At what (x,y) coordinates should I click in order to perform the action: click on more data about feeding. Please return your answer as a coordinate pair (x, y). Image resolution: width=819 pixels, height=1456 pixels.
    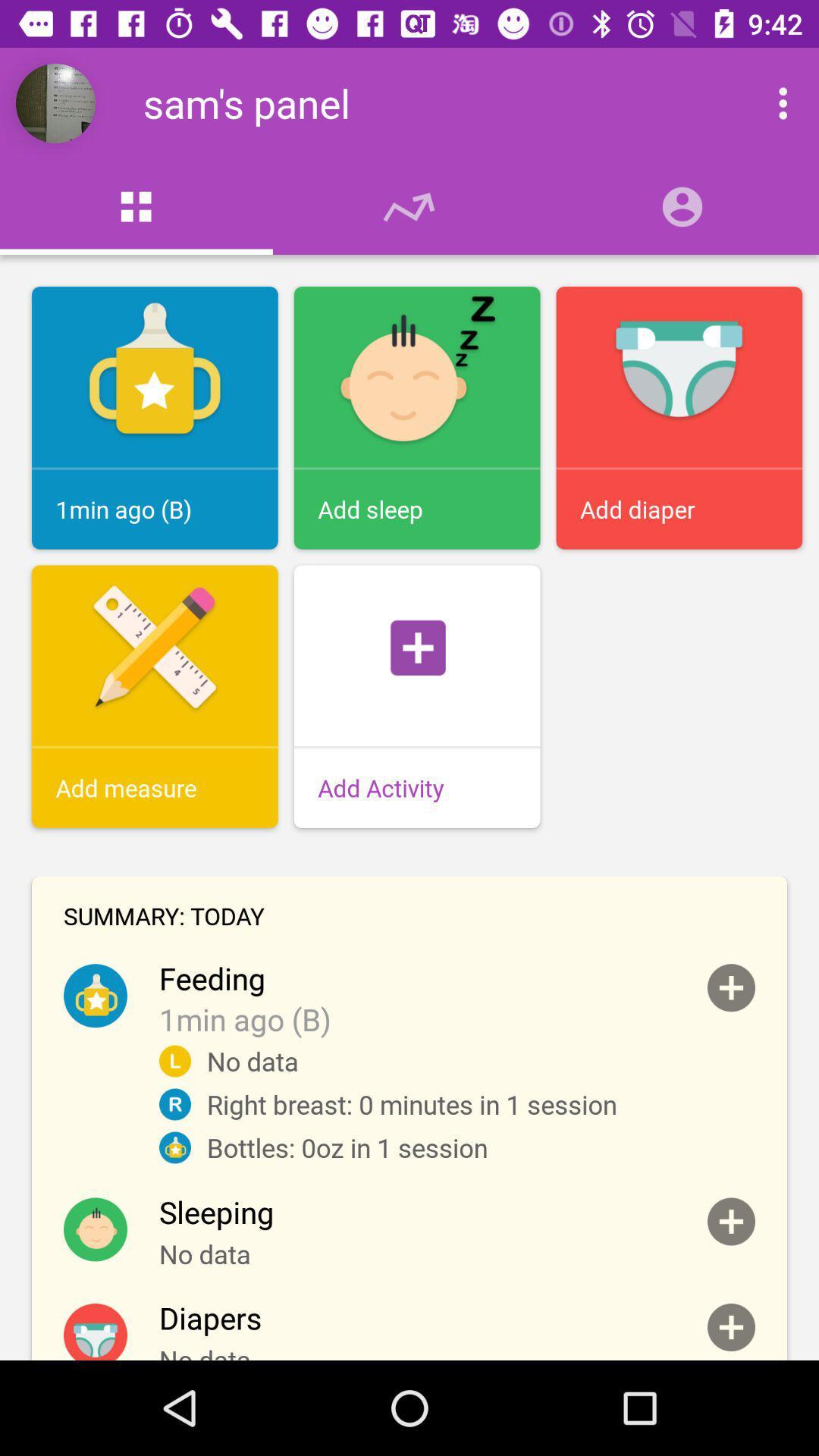
    Looking at the image, I should click on (730, 987).